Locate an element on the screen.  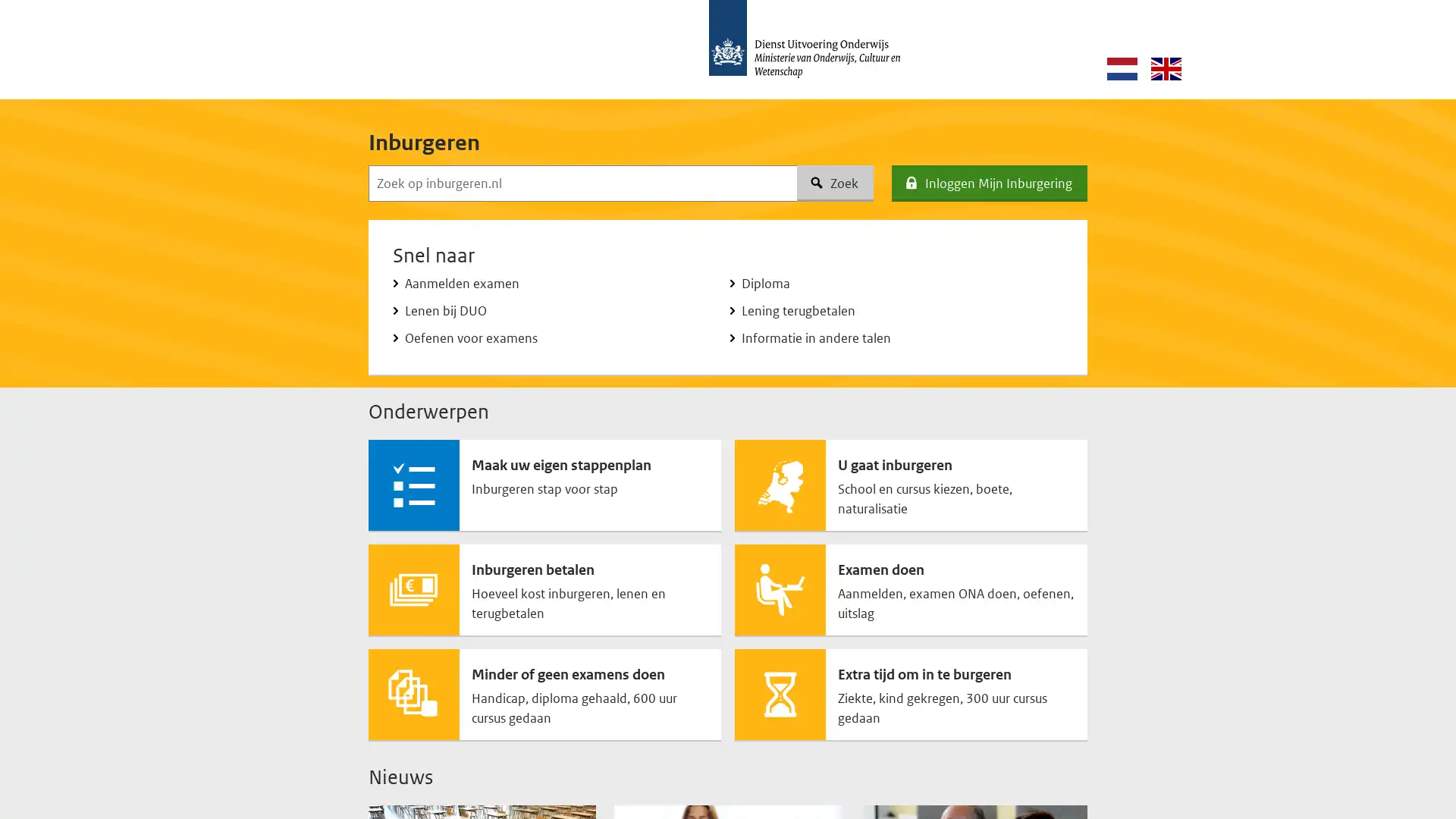
Zoek is located at coordinates (834, 183).